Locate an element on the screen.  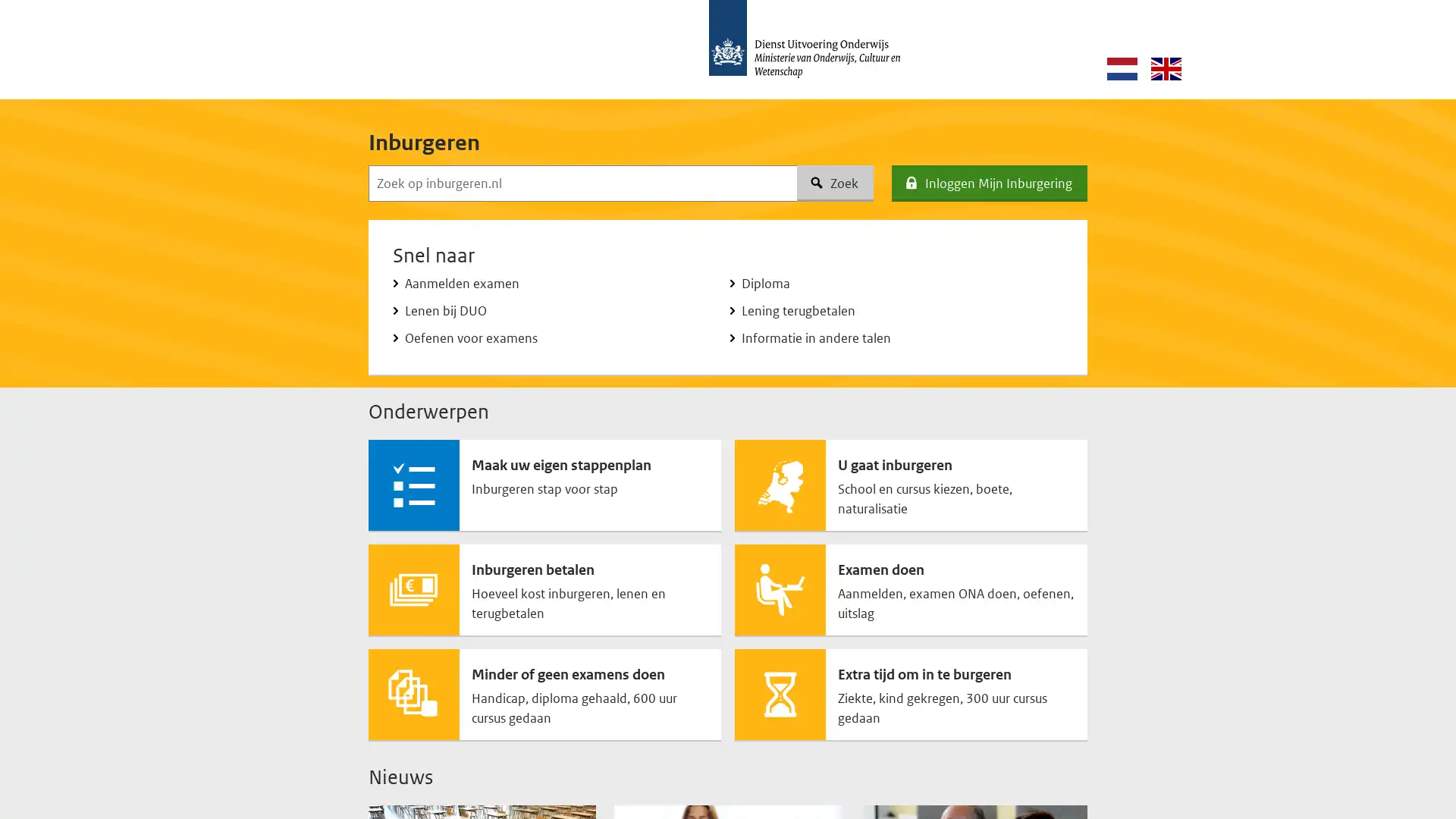
Zoek is located at coordinates (834, 183).